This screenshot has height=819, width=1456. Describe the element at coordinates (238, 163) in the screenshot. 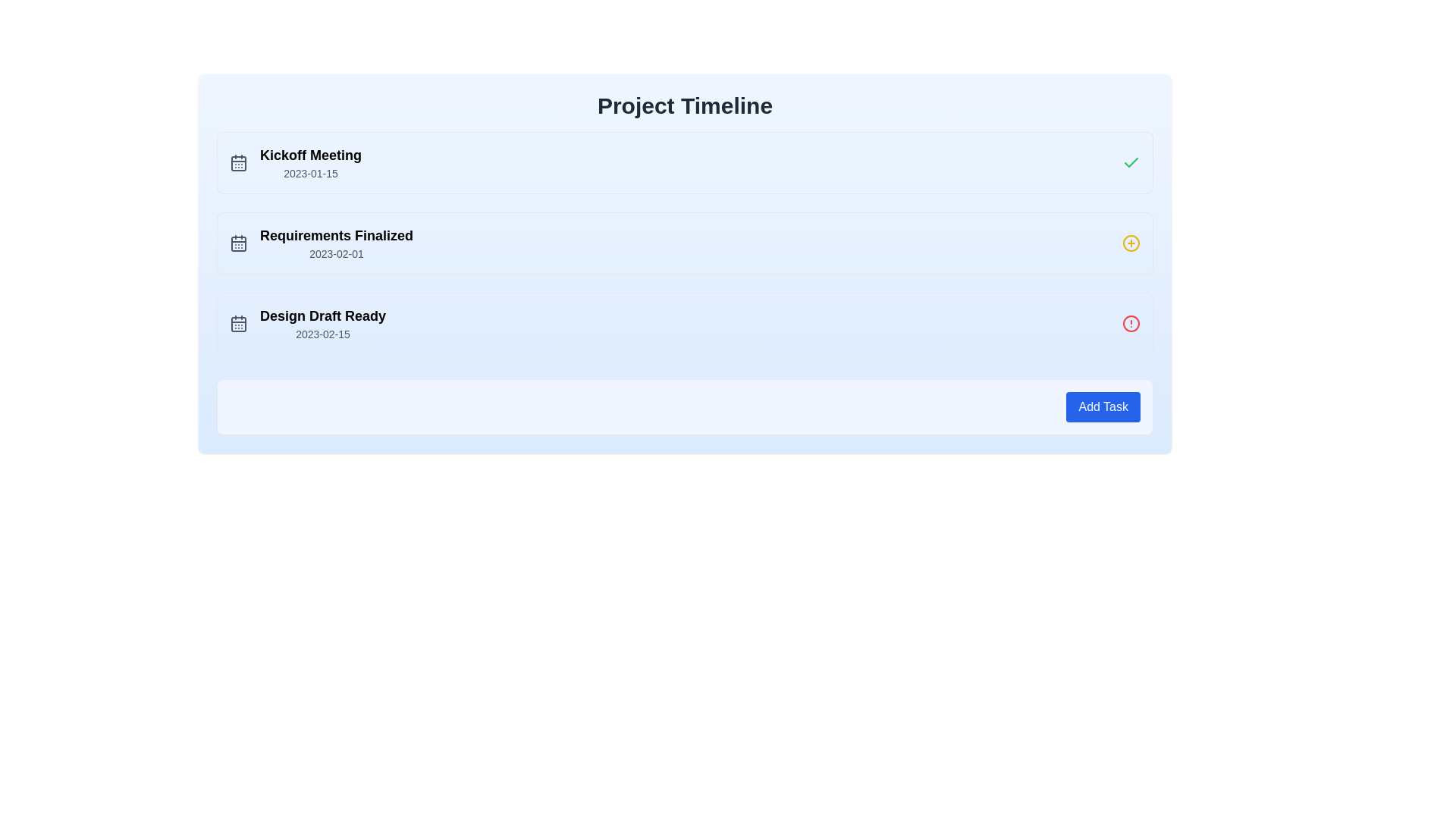

I see `the calendar icon located to the left of the title text in the 'Kickoff Meeting' task entry in the 'Project Timeline' section` at that location.